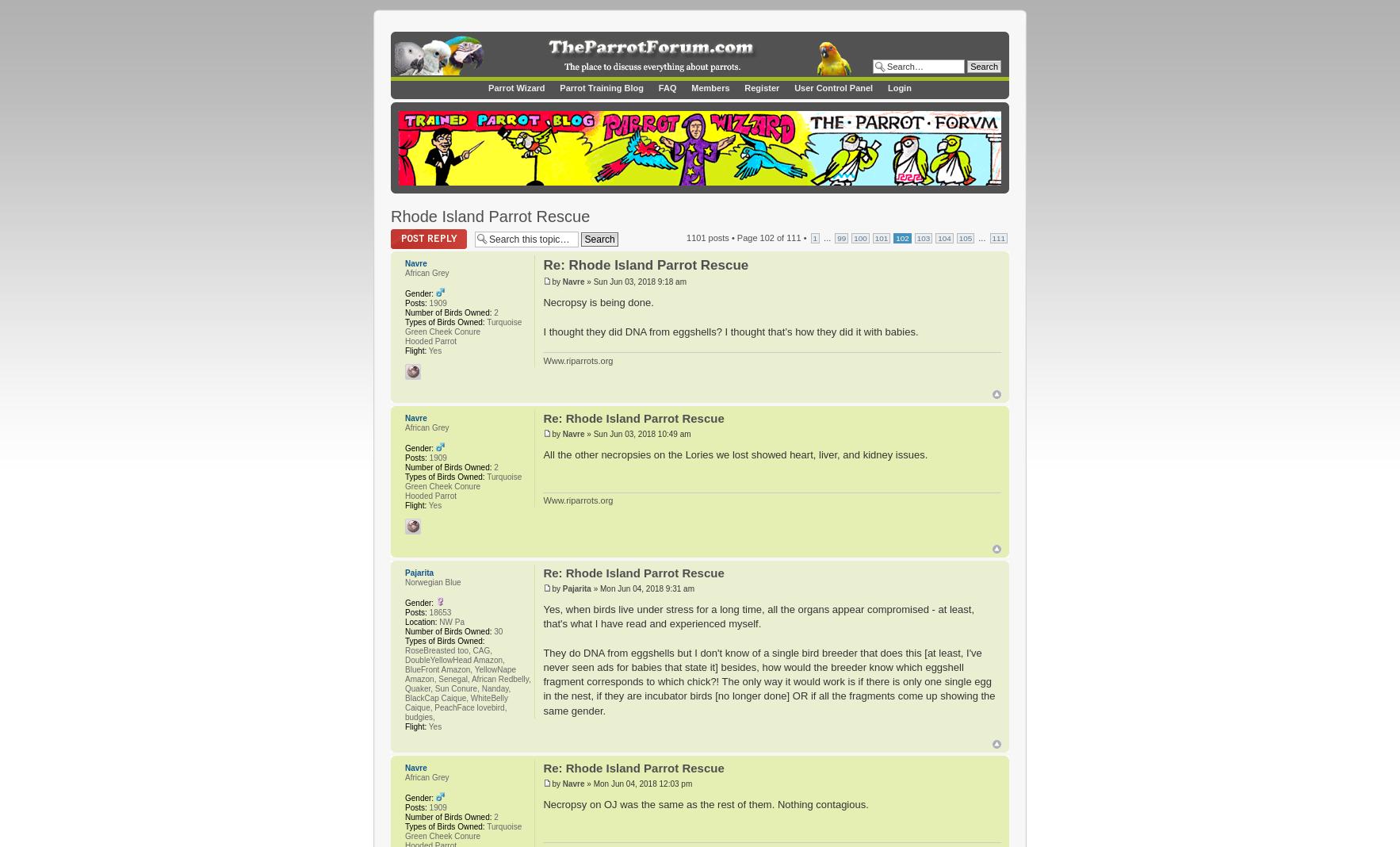 This screenshot has height=847, width=1400. Describe the element at coordinates (438, 612) in the screenshot. I see `'18653'` at that location.